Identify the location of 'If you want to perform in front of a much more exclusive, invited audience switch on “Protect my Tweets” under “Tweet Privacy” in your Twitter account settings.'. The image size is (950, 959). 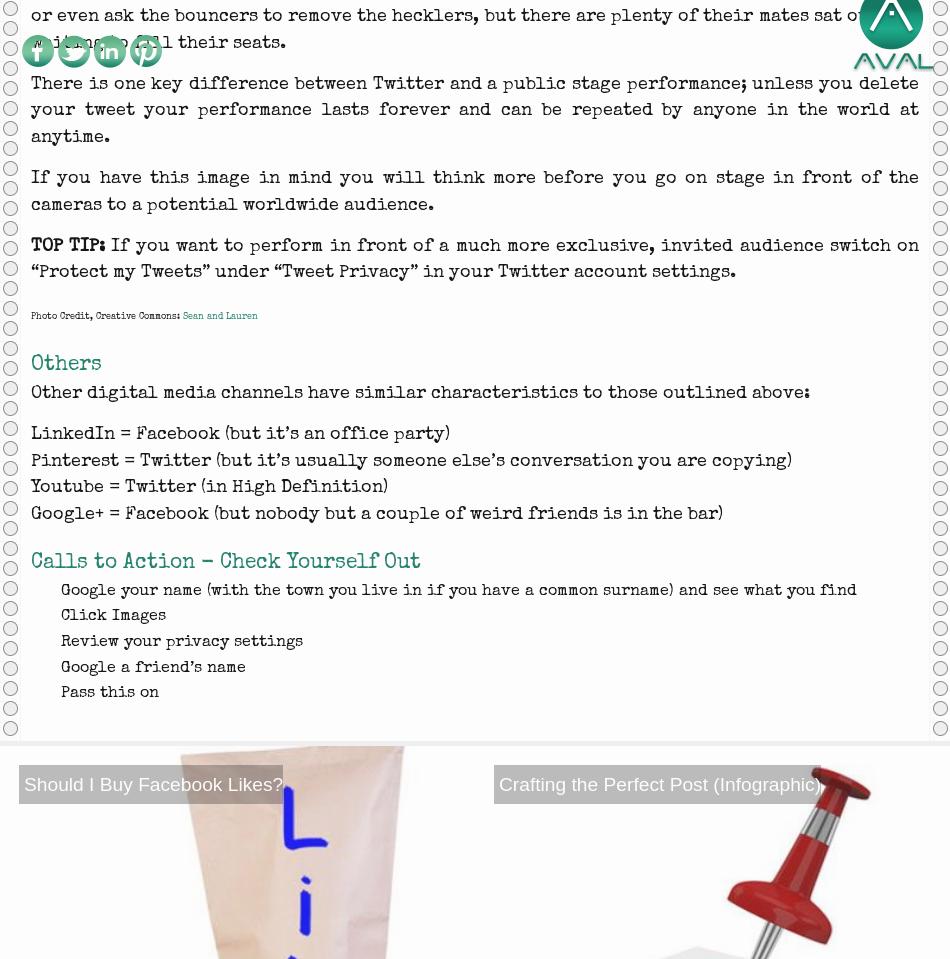
(475, 258).